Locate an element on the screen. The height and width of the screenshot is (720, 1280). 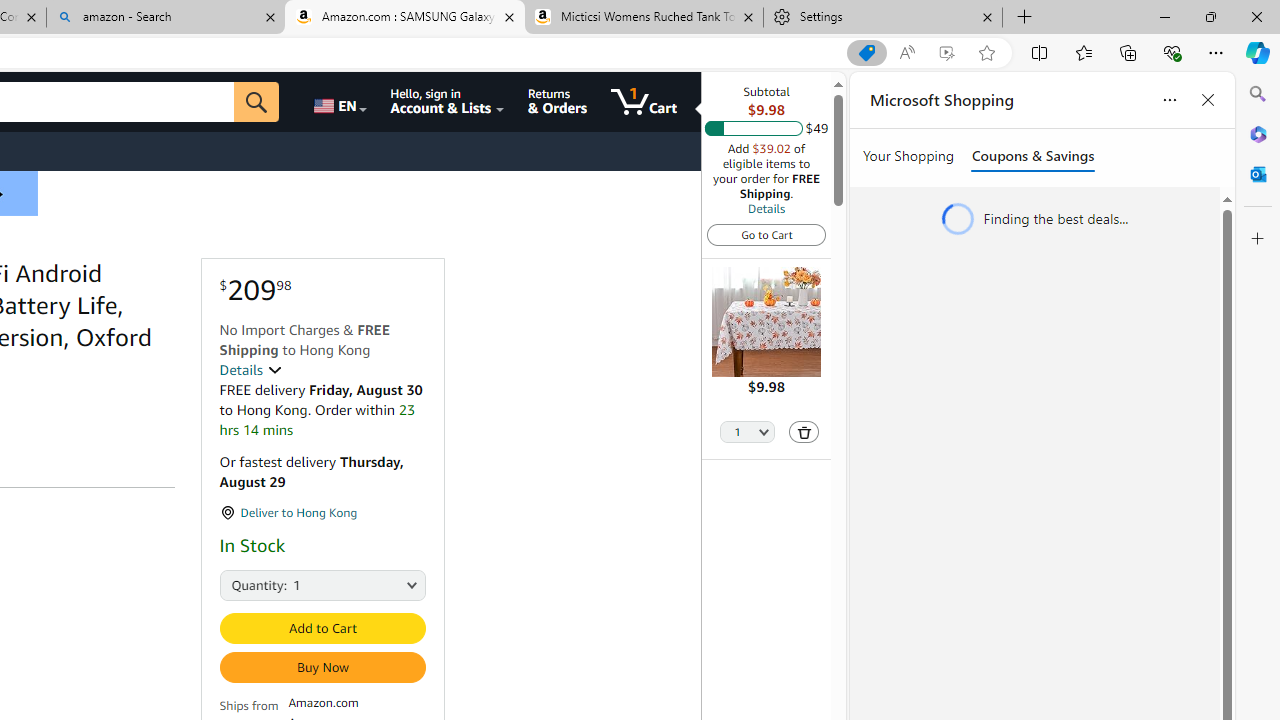
'Choose a language for shopping.' is located at coordinates (339, 101).